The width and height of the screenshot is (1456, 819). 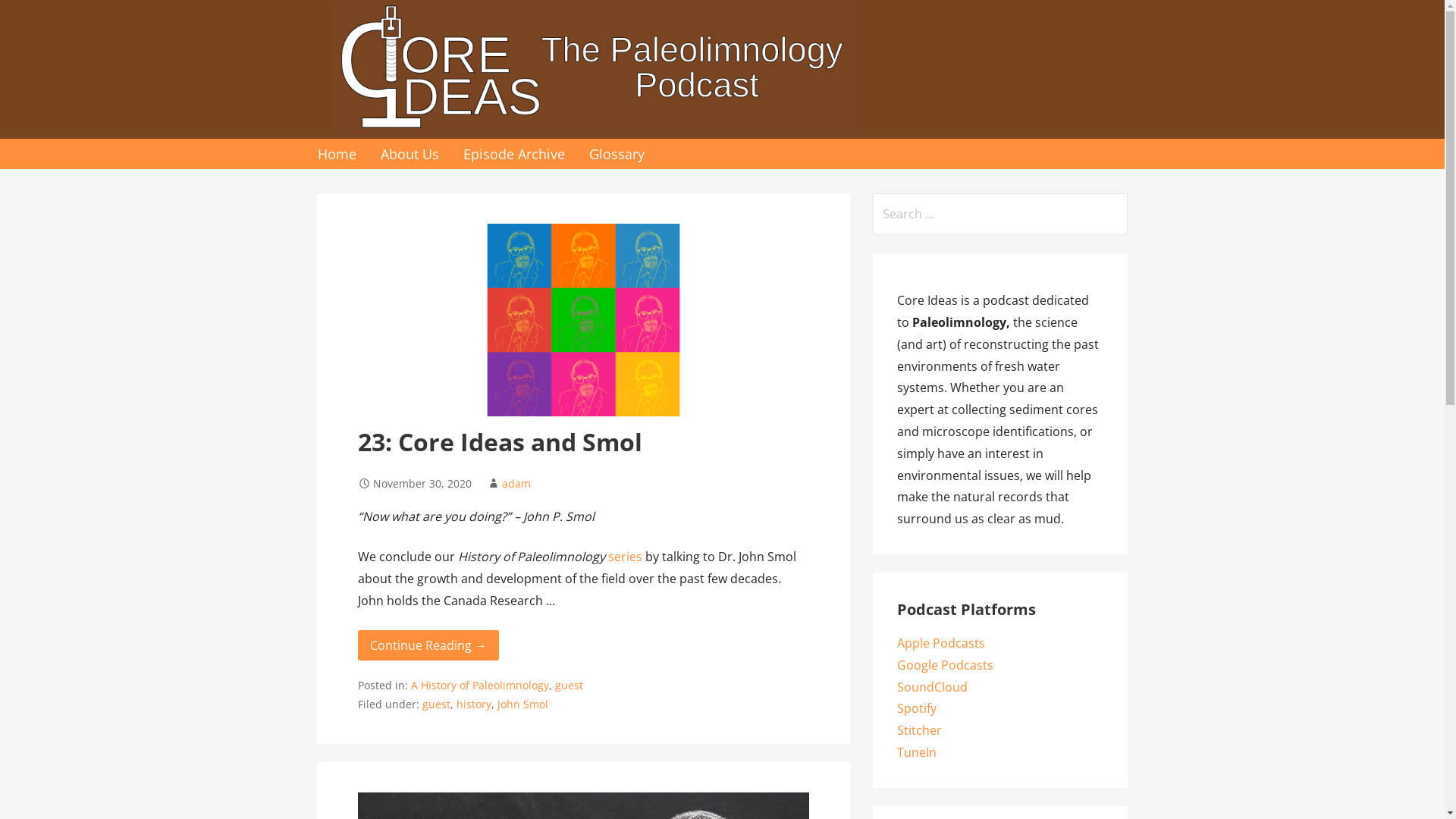 What do you see at coordinates (896, 687) in the screenshot?
I see `'SoundCloud'` at bounding box center [896, 687].